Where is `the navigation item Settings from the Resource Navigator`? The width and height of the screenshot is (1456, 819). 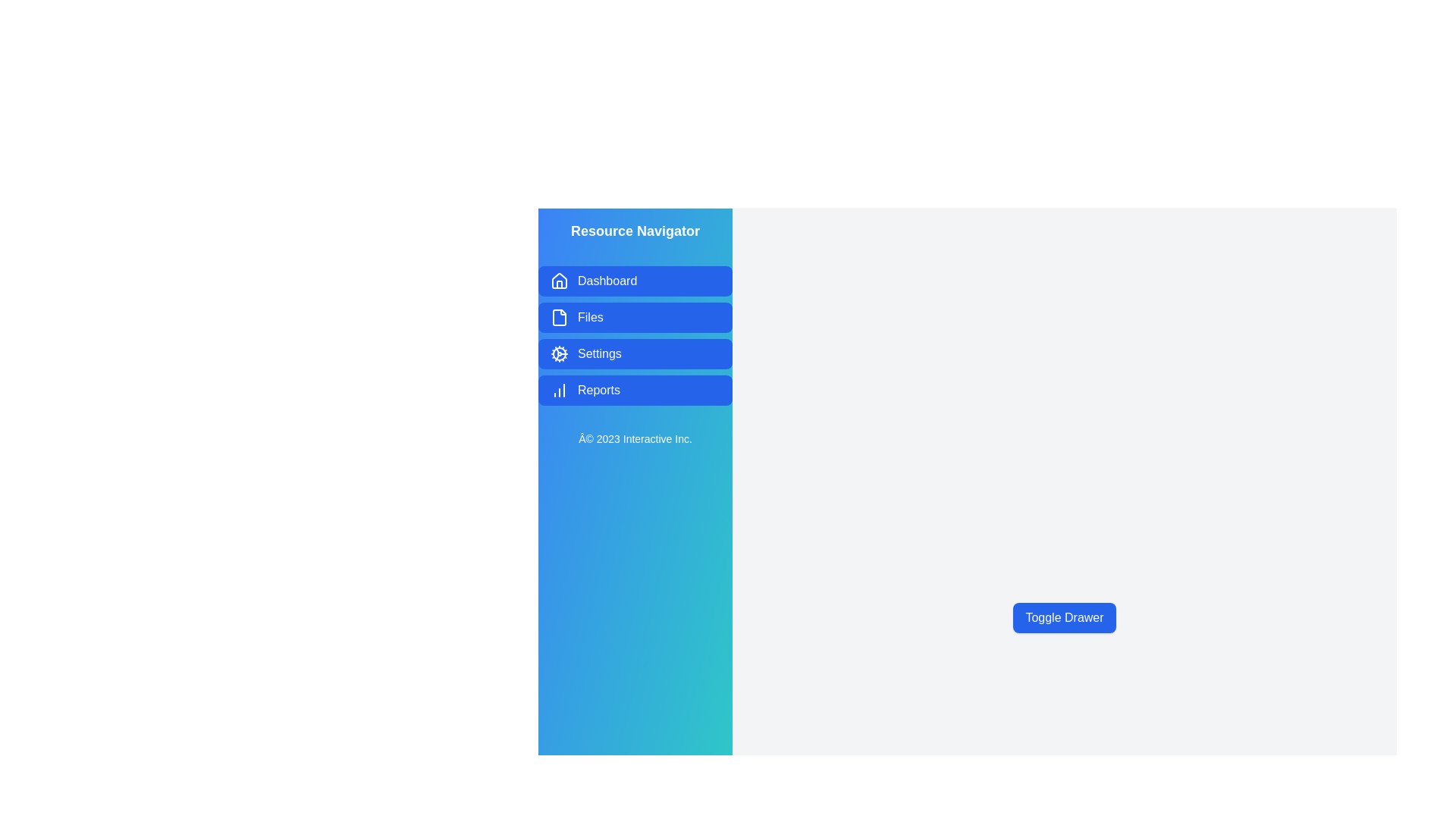
the navigation item Settings from the Resource Navigator is located at coordinates (635, 353).